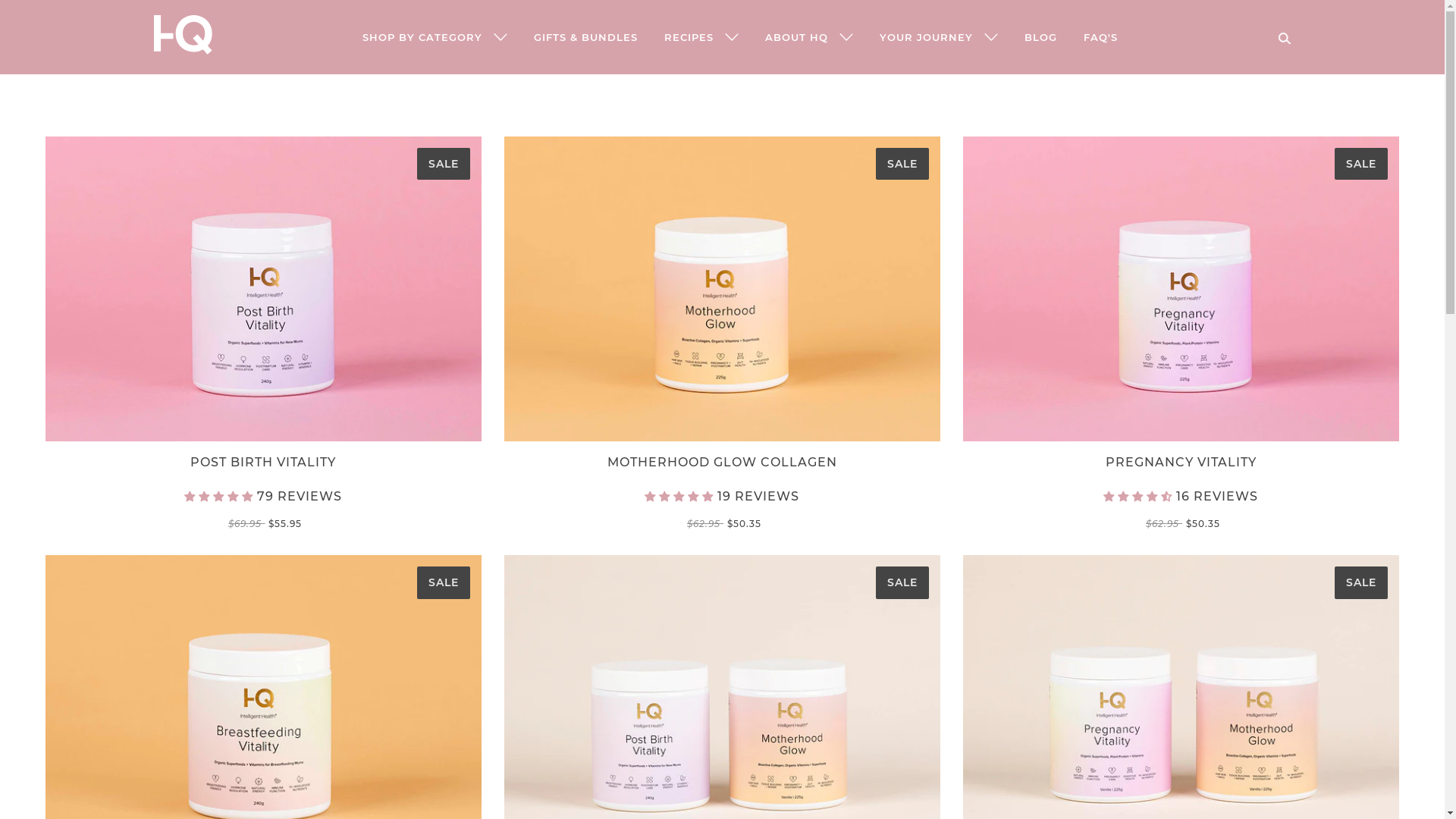  What do you see at coordinates (1012, 36) in the screenshot?
I see `'BLOG'` at bounding box center [1012, 36].